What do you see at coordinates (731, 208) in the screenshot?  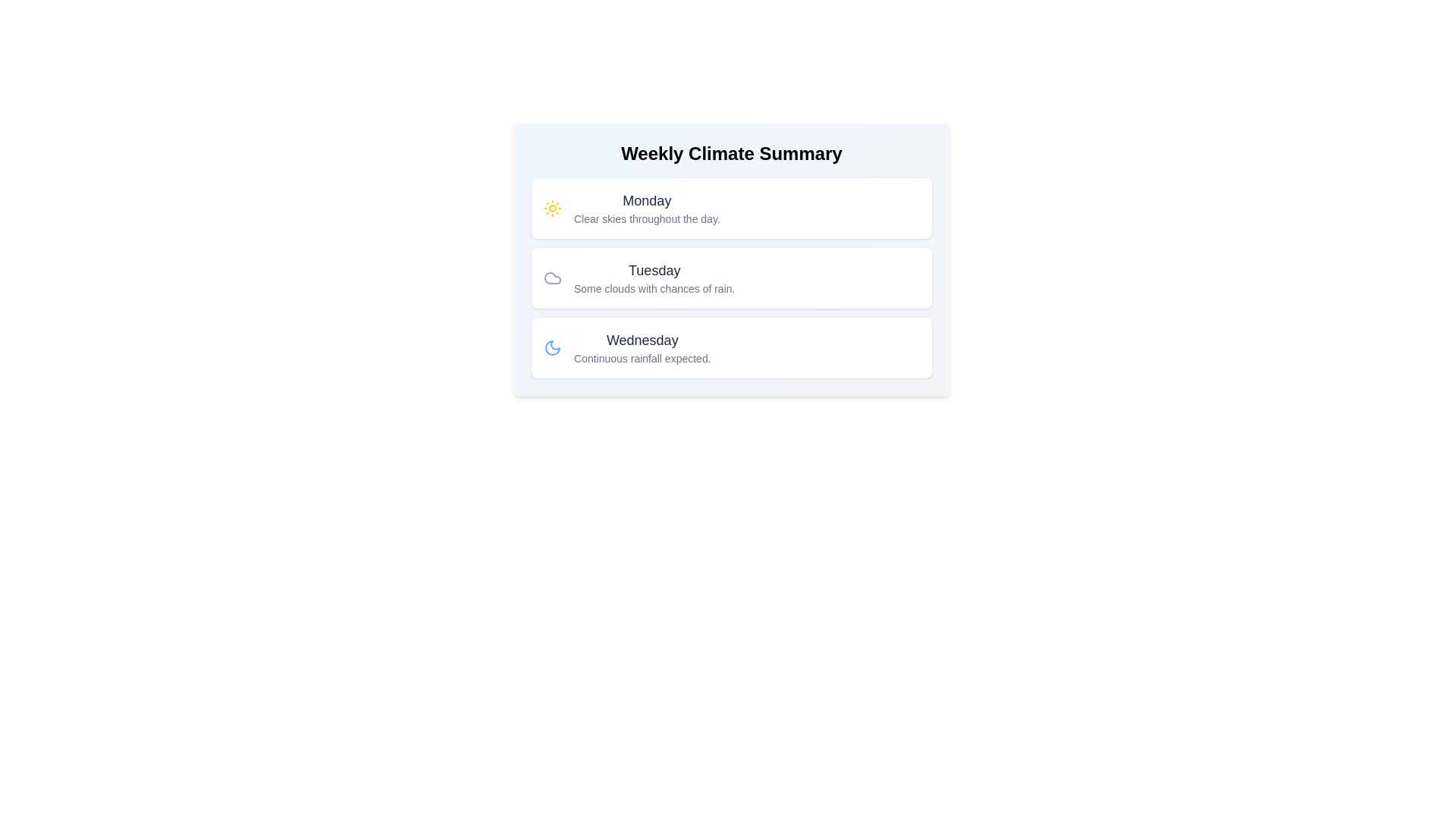 I see `the record for Monday` at bounding box center [731, 208].